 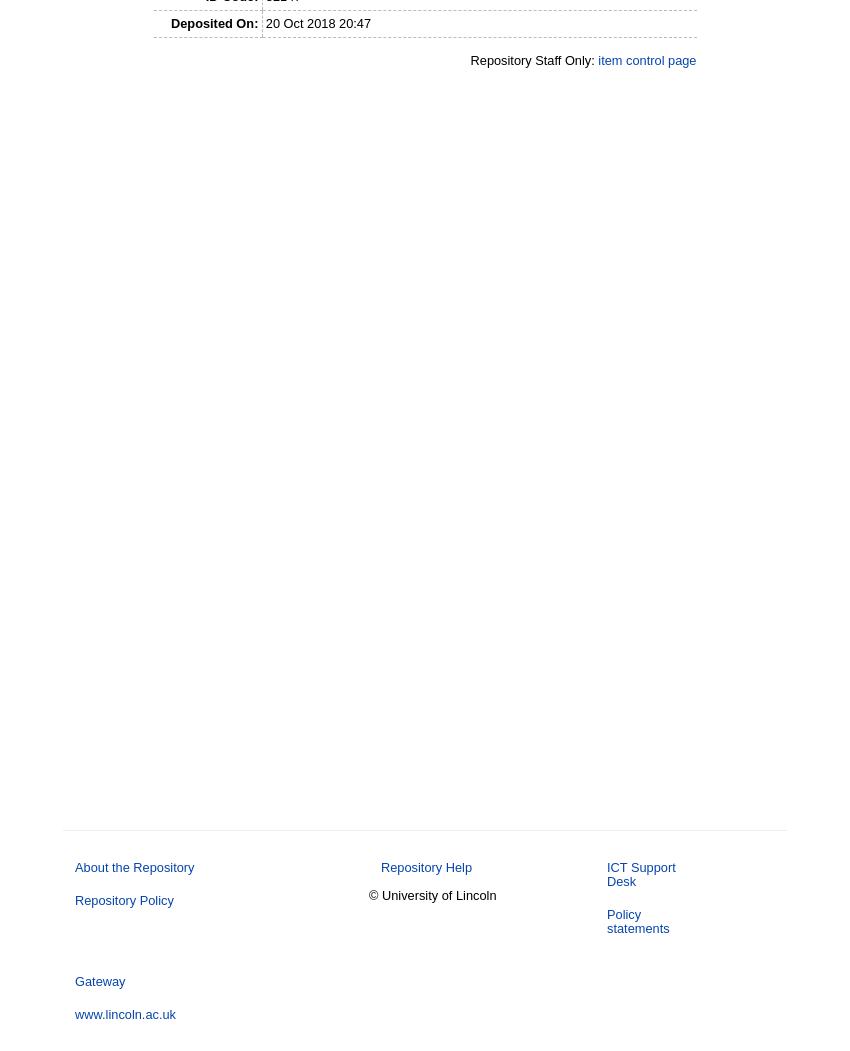 I want to click on '© University of Lincoln', so click(x=431, y=895).